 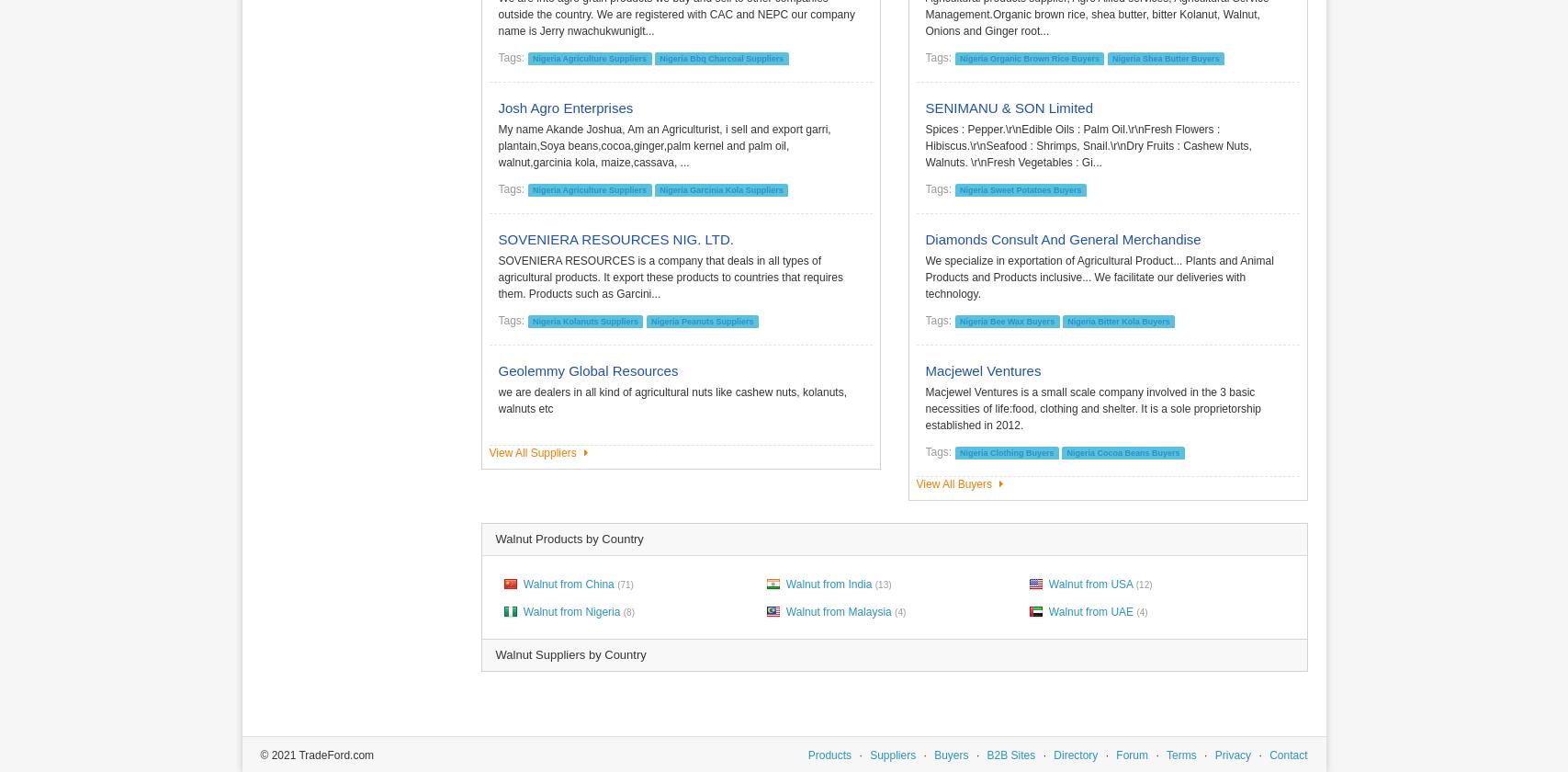 I want to click on '© 2021 TradeFord.com', so click(x=316, y=755).